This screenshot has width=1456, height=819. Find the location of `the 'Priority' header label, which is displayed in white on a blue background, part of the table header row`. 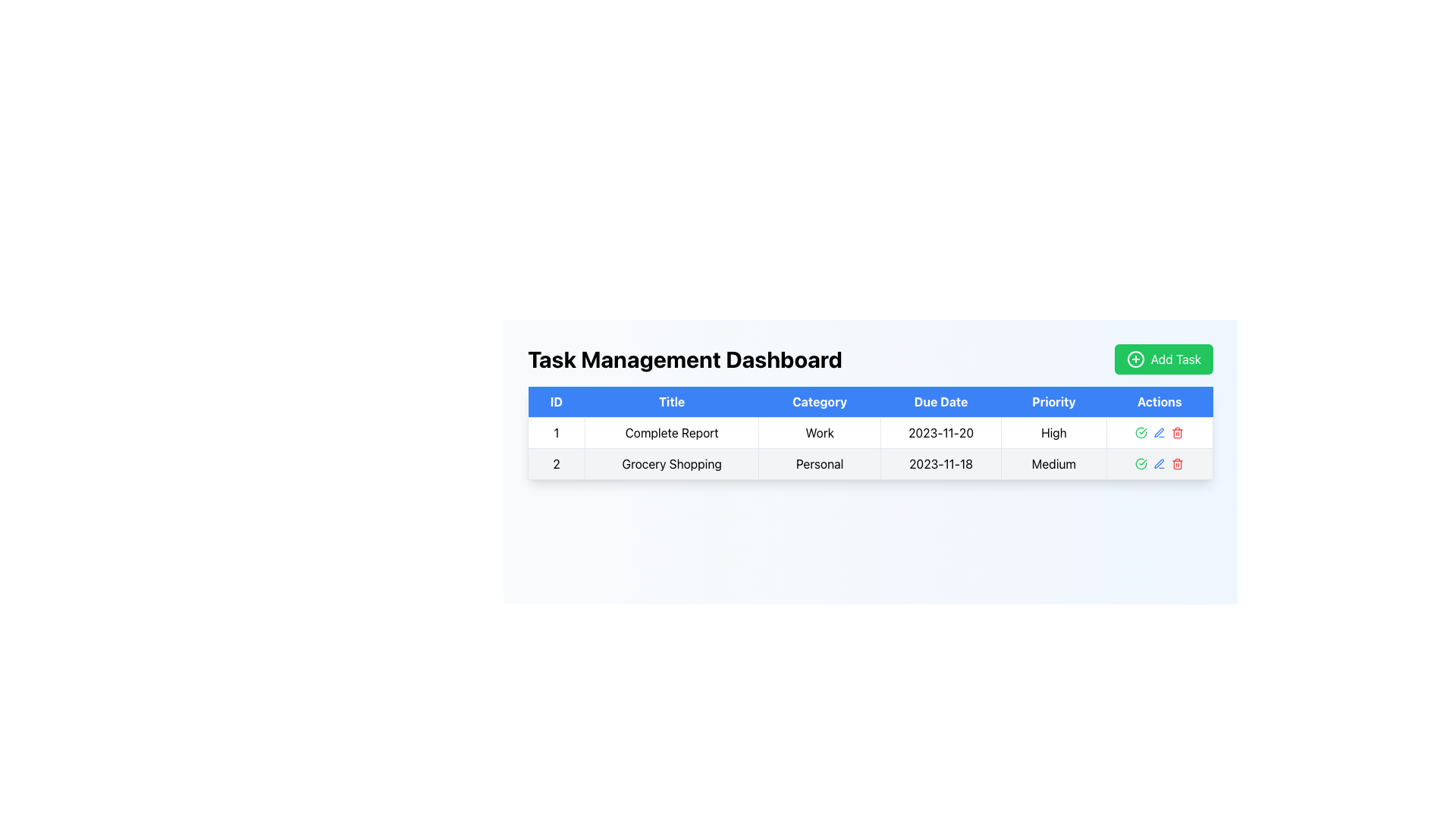

the 'Priority' header label, which is displayed in white on a blue background, part of the table header row is located at coordinates (1053, 401).